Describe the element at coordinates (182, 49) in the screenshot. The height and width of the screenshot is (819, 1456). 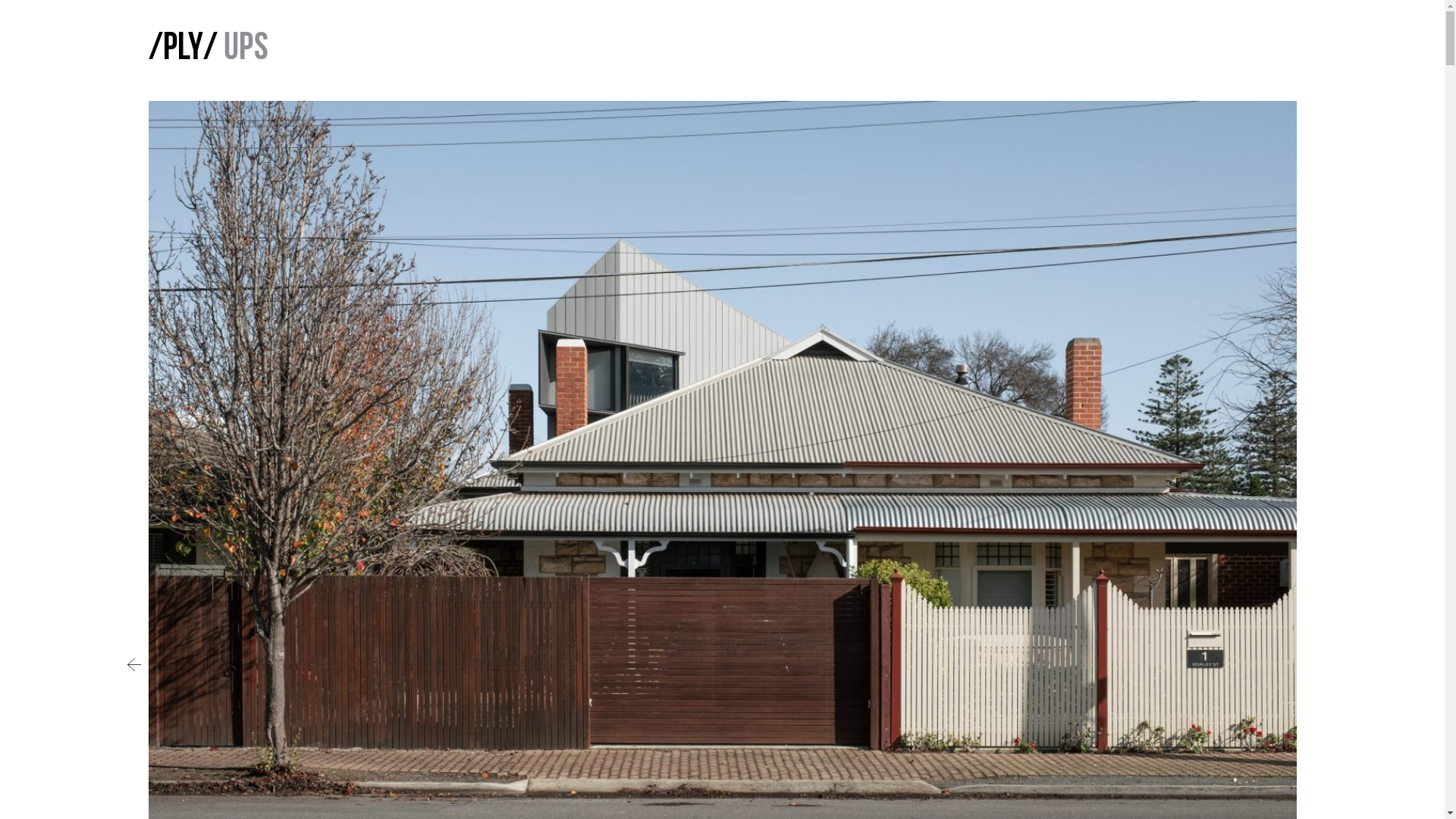
I see `'/PLY/'` at that location.